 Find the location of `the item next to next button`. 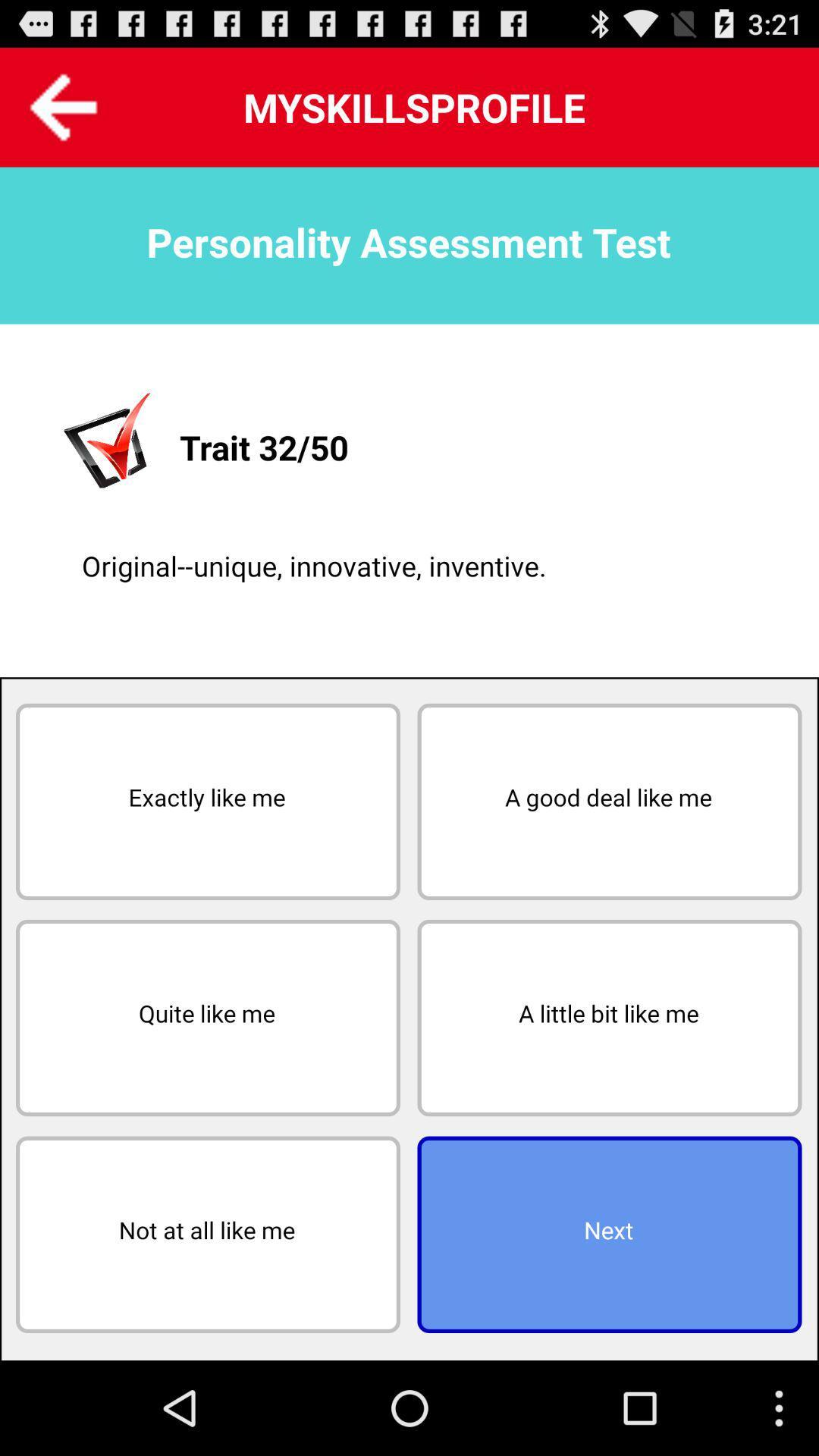

the item next to next button is located at coordinates (208, 1235).